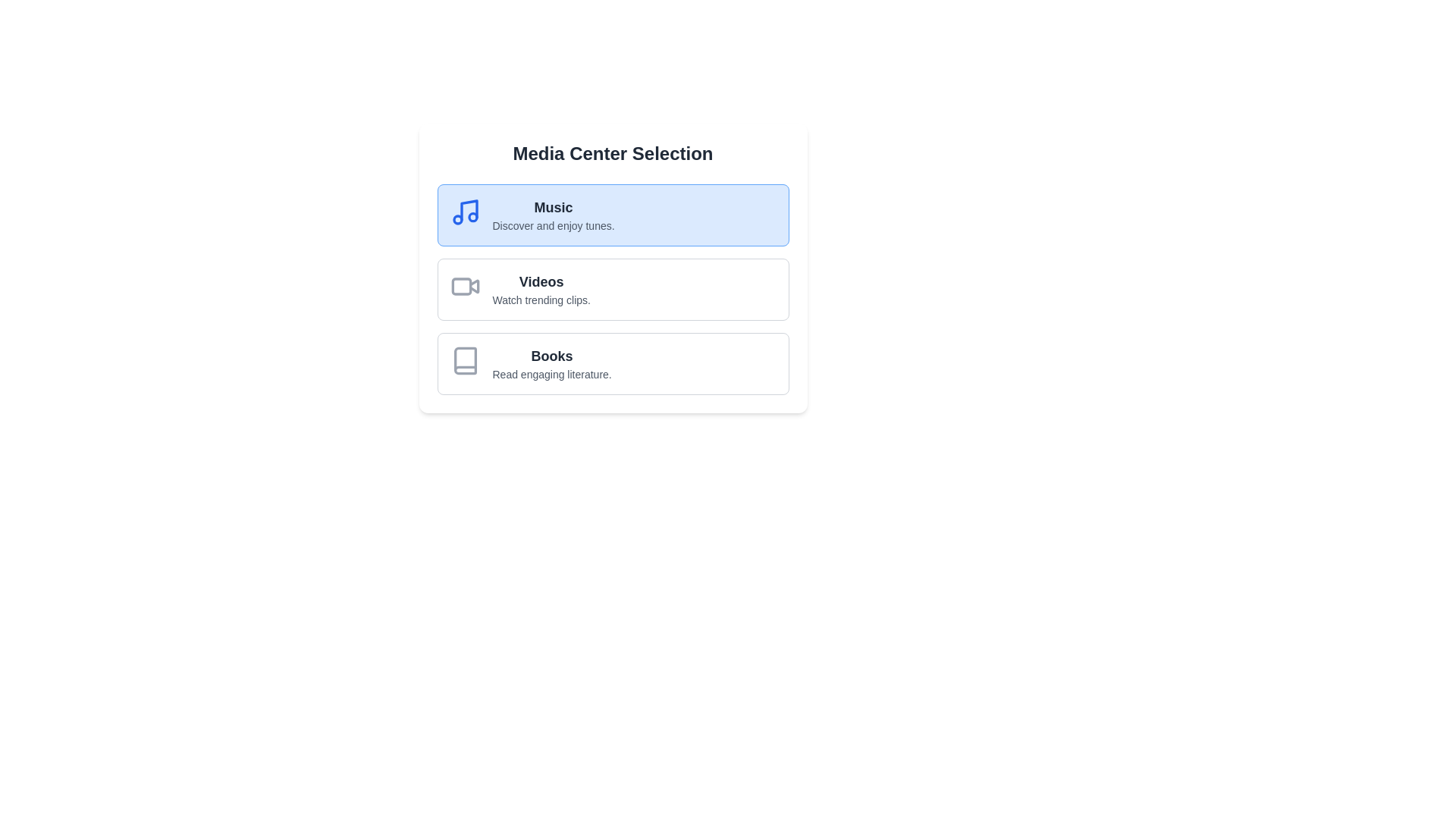 Image resolution: width=1456 pixels, height=819 pixels. Describe the element at coordinates (464, 287) in the screenshot. I see `the 'Videos' icon located in the second entry of the vertical selection menu, positioned to the left of the 'Videos' title and description text` at that location.